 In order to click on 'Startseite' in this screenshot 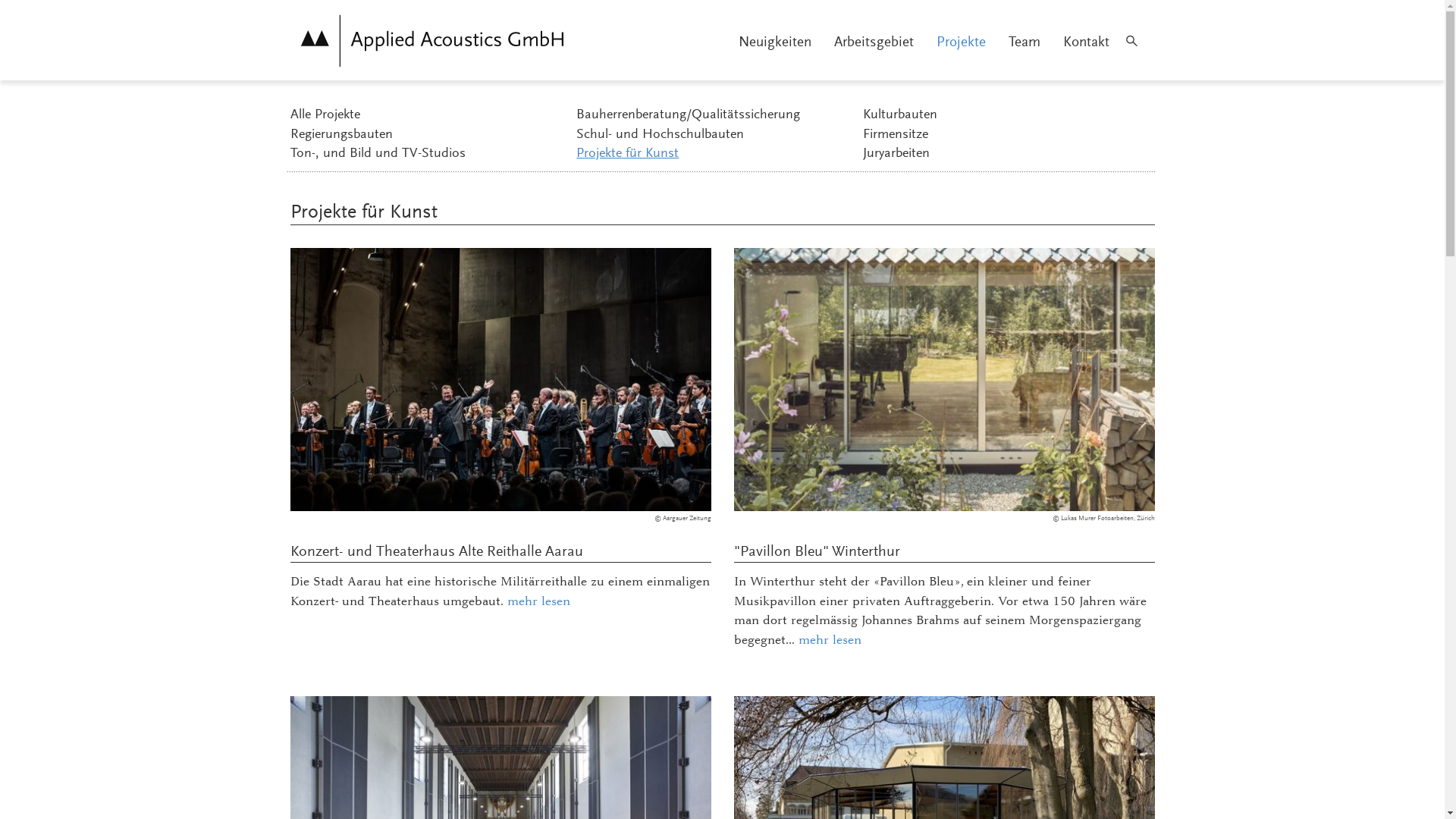, I will do `click(431, 39)`.